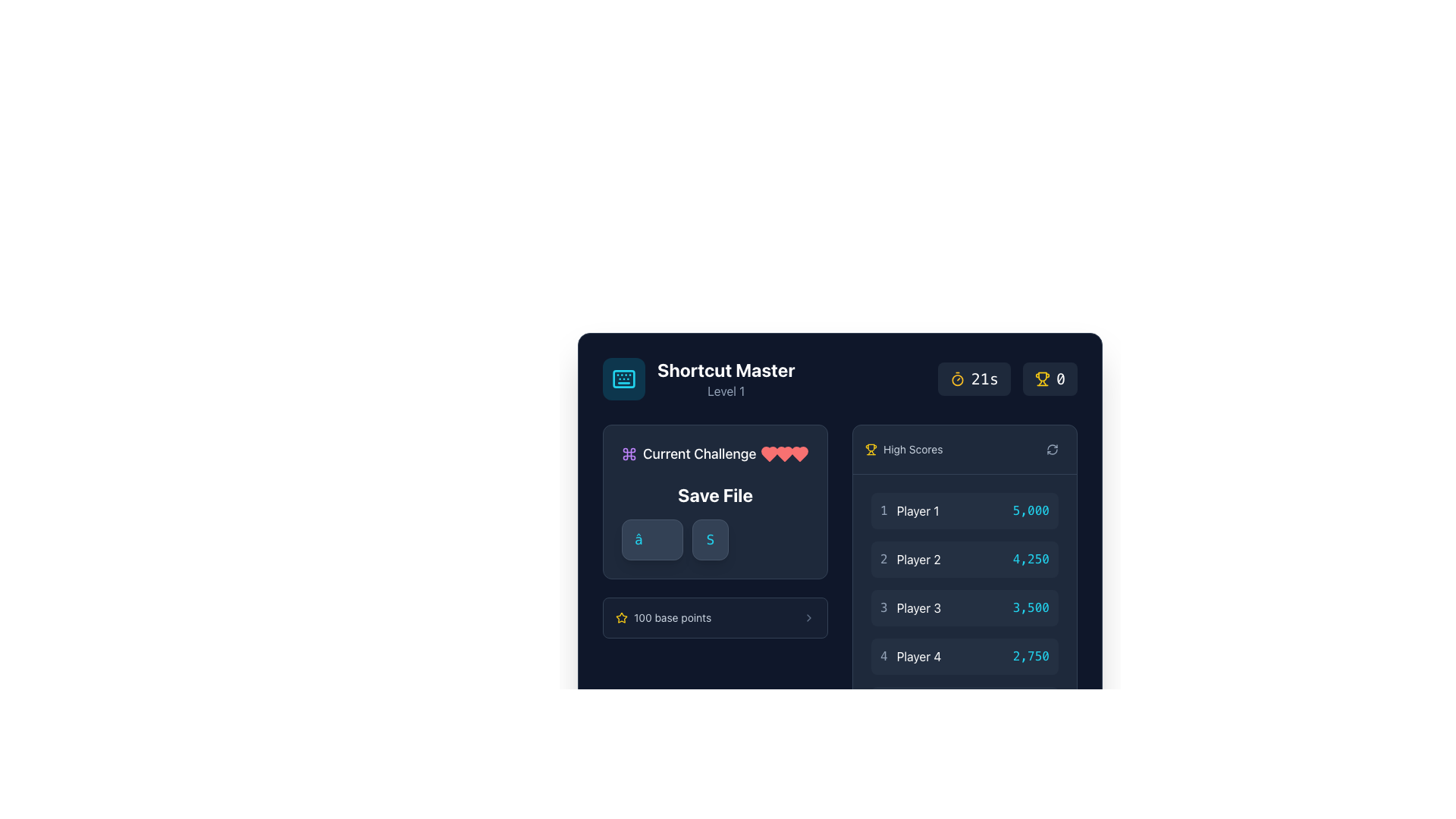 The height and width of the screenshot is (819, 1456). What do you see at coordinates (725, 391) in the screenshot?
I see `the 'Level 1' text label, which is displayed in slate-gray color and positioned below the 'Shortcut Master' title within the card-like section` at bounding box center [725, 391].